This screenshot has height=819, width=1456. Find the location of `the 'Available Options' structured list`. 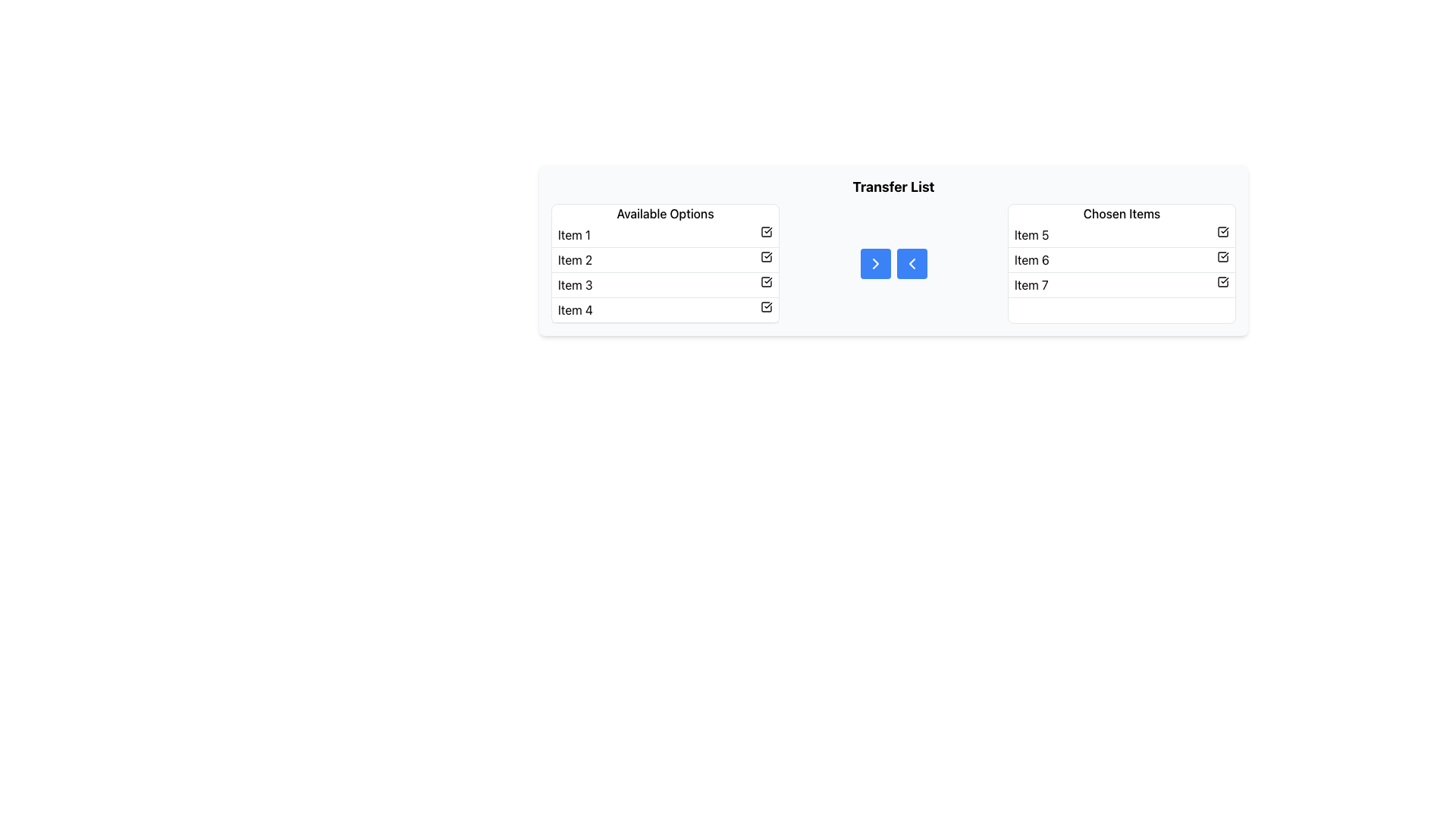

the 'Available Options' structured list is located at coordinates (665, 262).